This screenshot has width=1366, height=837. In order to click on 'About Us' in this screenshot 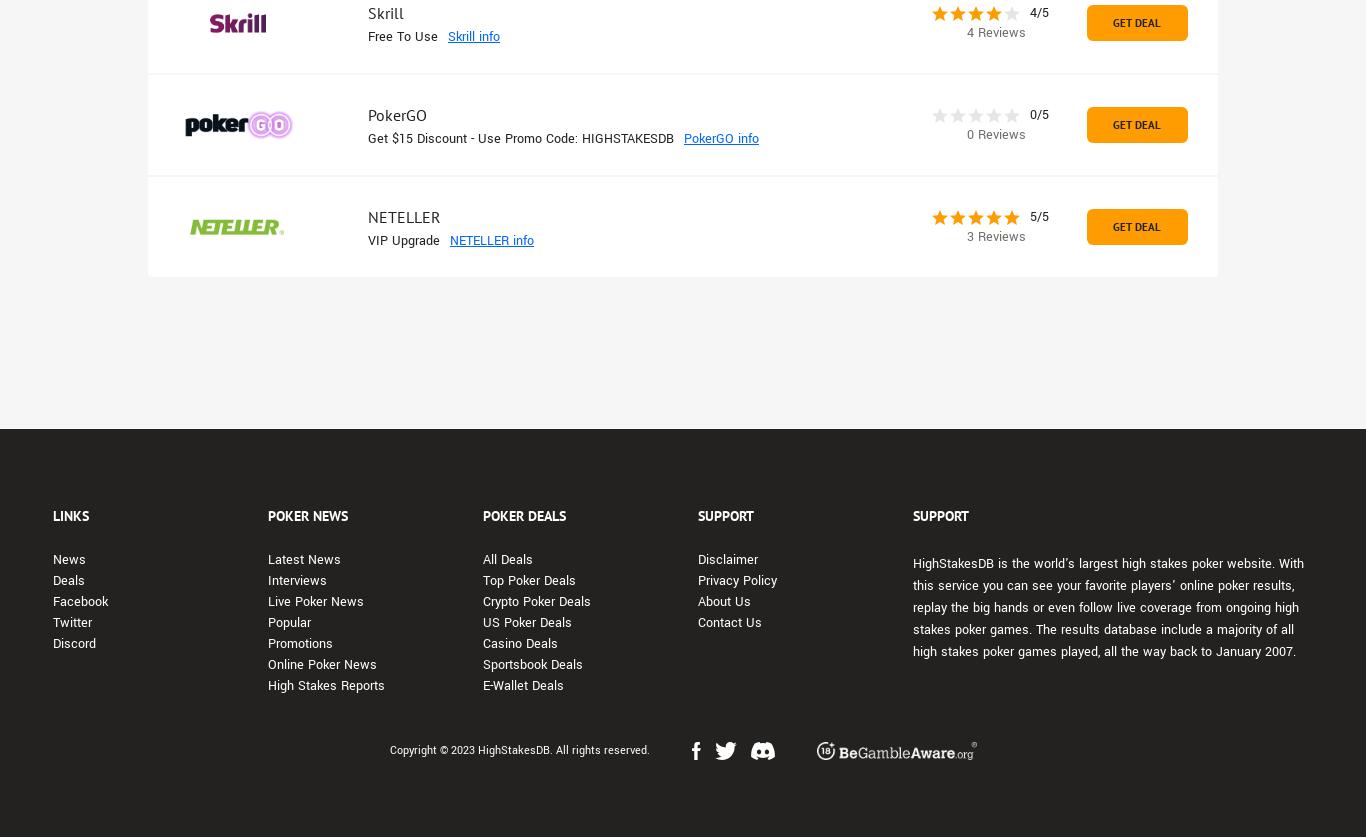, I will do `click(698, 600)`.